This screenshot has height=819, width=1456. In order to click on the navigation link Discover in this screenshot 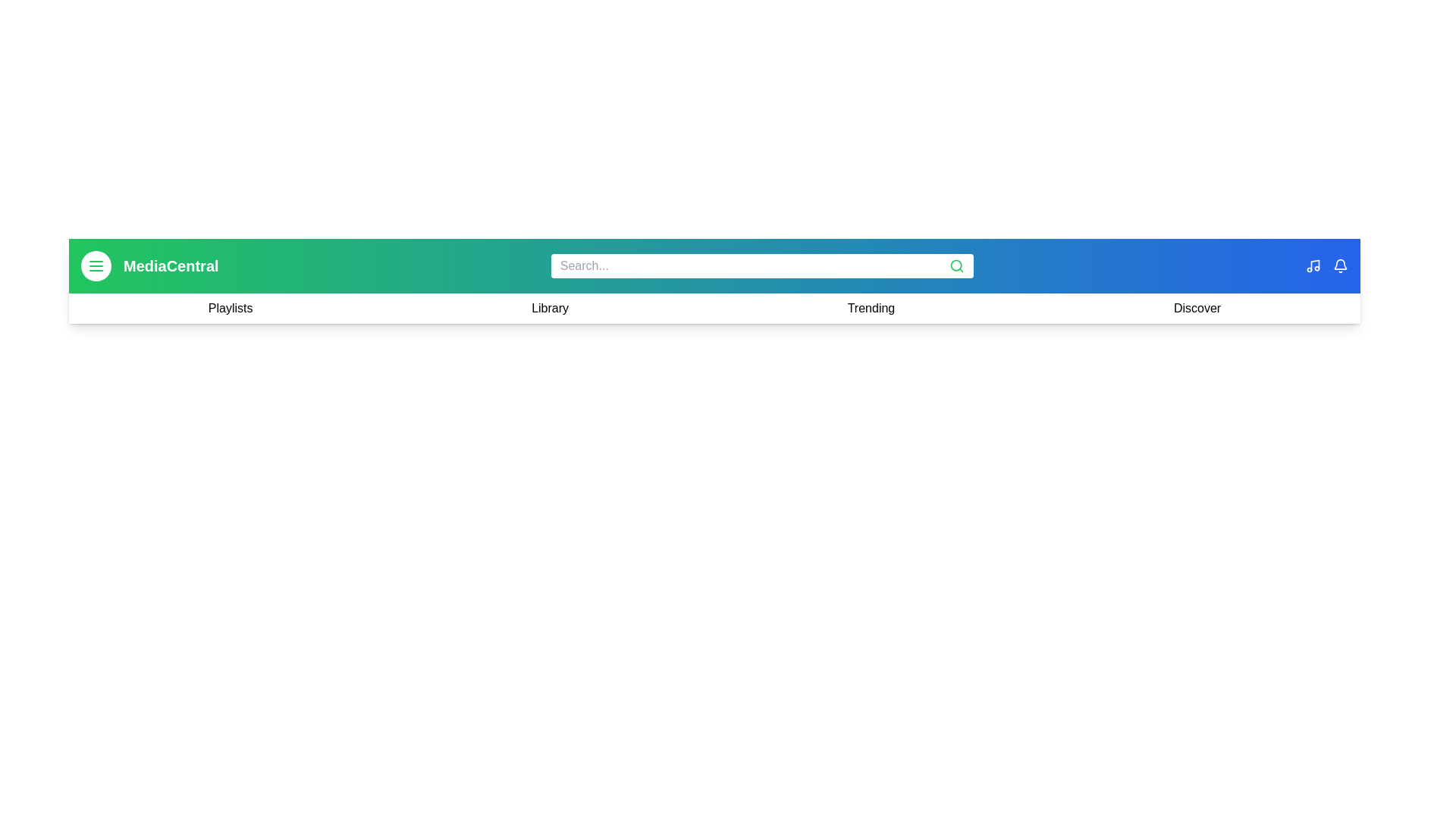, I will do `click(1197, 308)`.